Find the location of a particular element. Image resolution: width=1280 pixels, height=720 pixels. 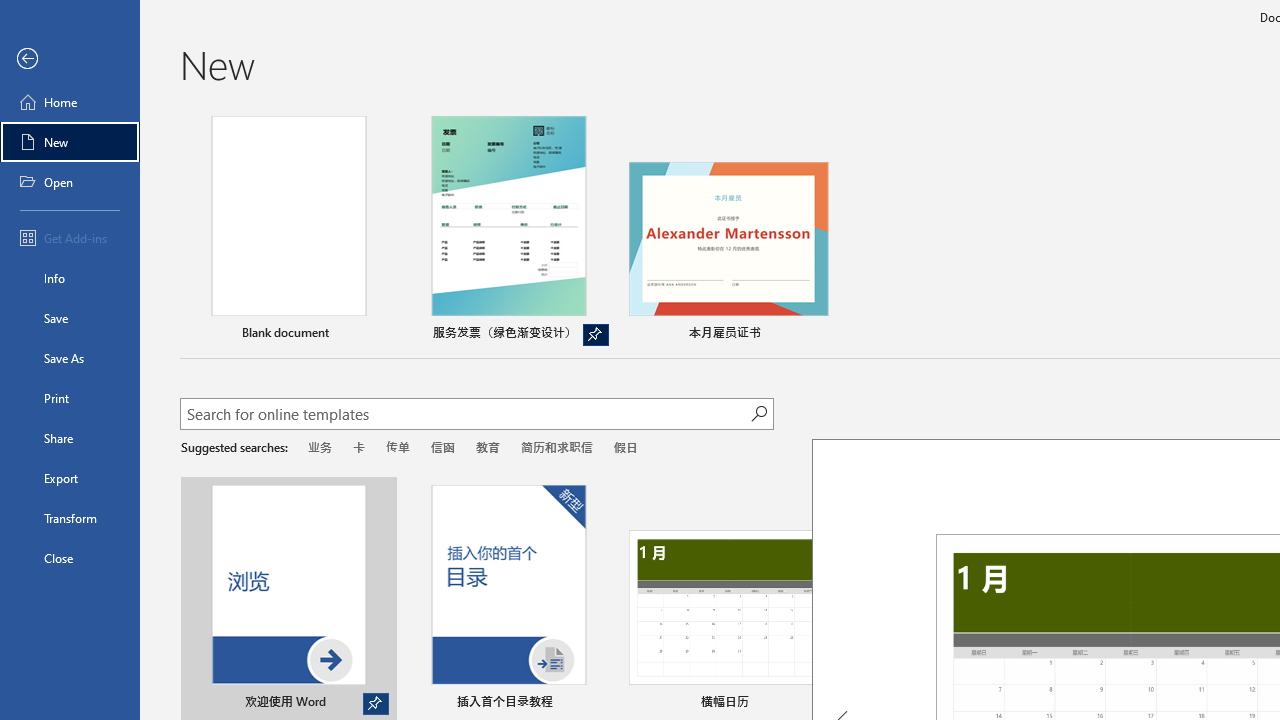

'Info' is located at coordinates (69, 277).